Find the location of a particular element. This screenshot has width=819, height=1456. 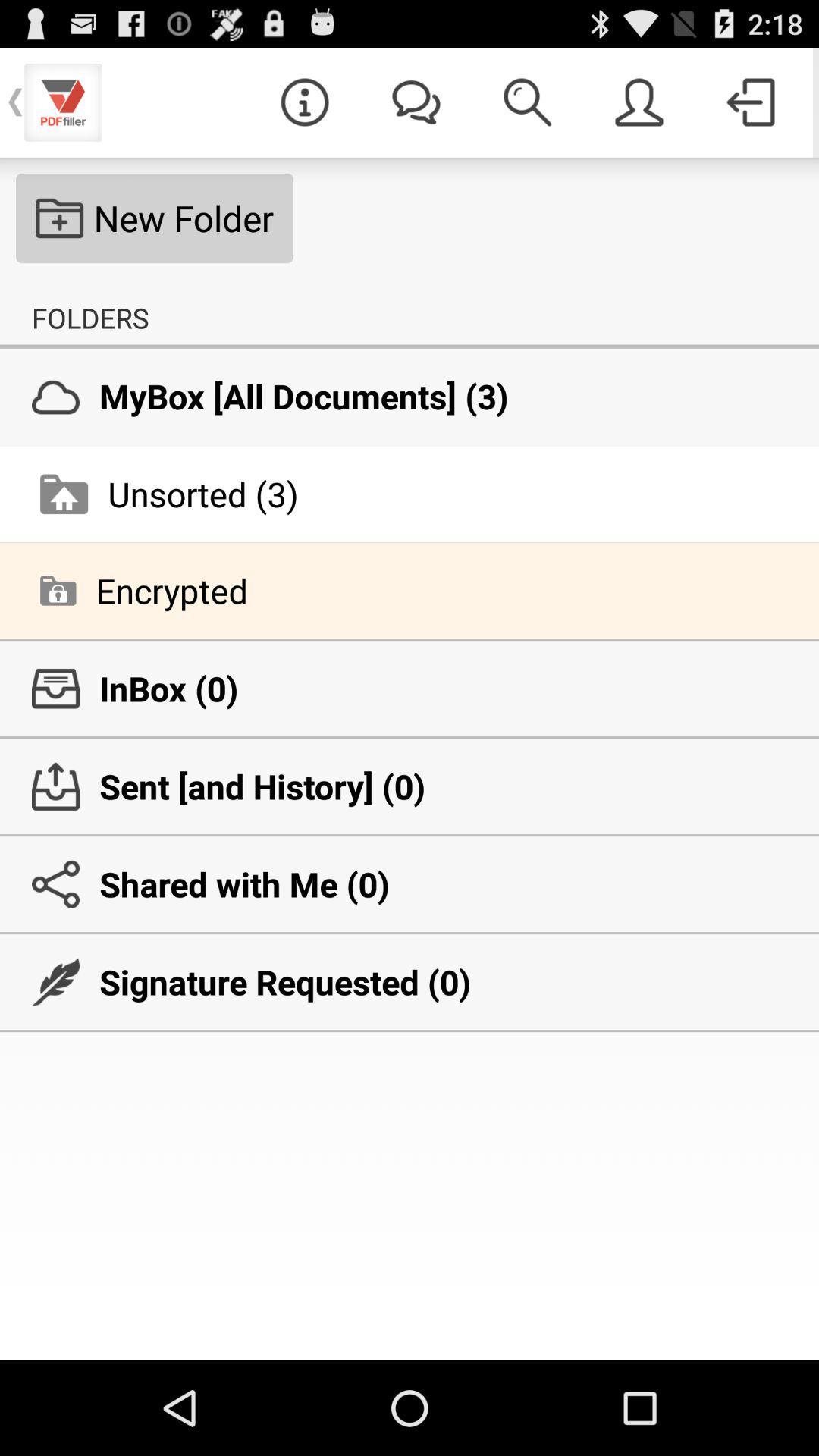

the new folder icon is located at coordinates (155, 218).